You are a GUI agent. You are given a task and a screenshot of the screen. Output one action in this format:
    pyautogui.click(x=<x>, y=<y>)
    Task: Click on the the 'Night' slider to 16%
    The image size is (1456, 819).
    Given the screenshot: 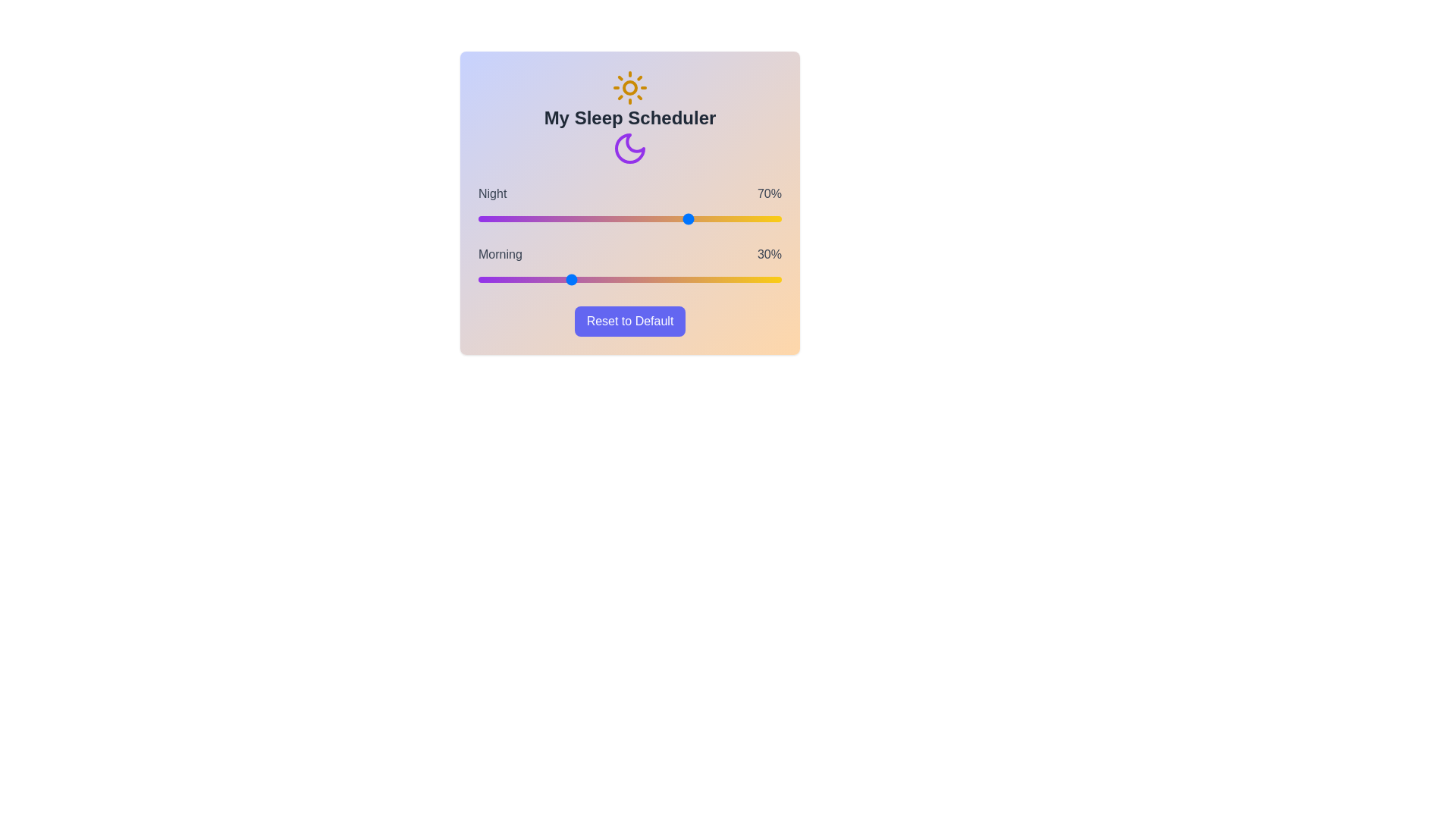 What is the action you would take?
    pyautogui.click(x=527, y=219)
    